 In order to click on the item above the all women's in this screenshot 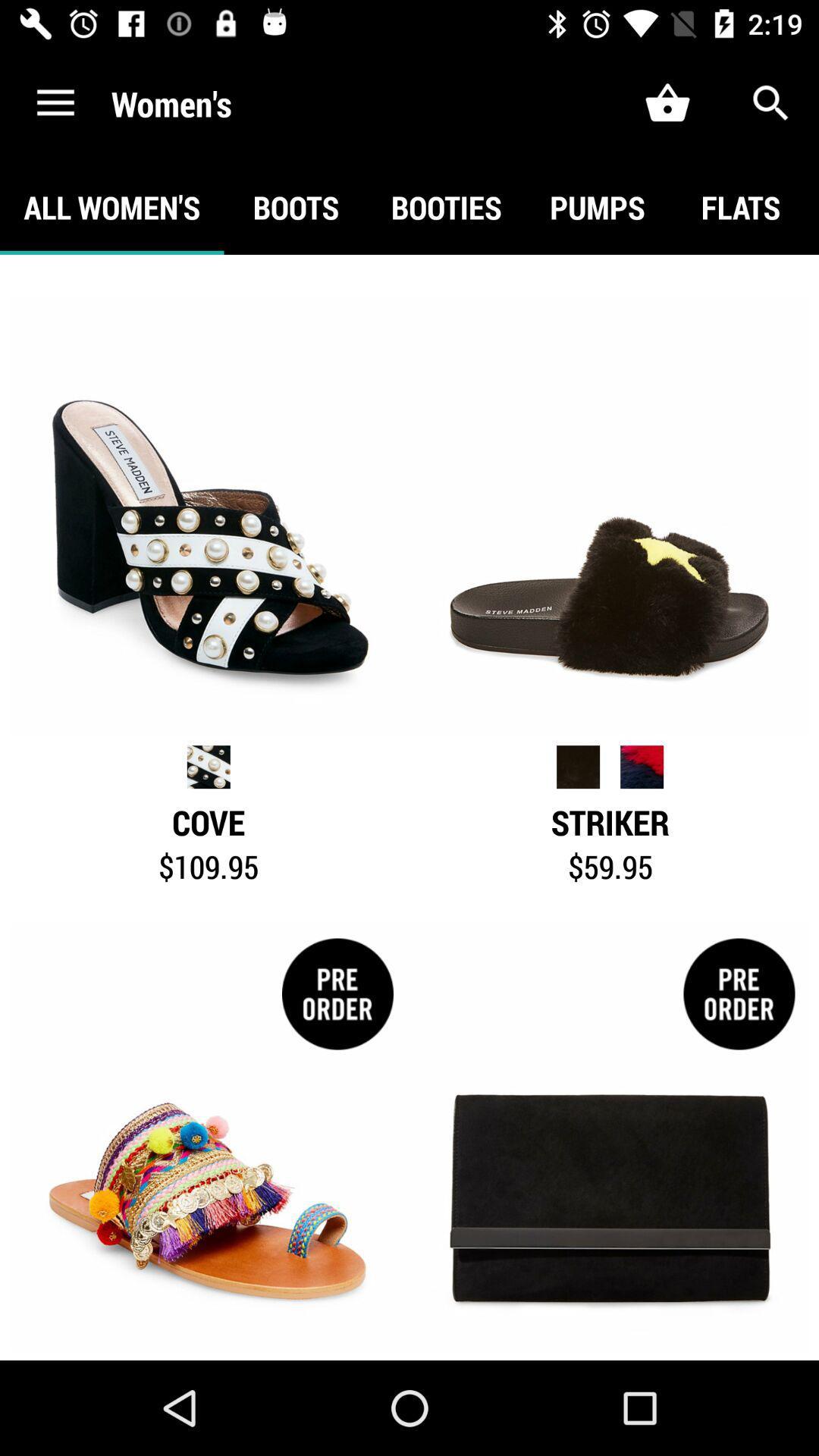, I will do `click(55, 102)`.